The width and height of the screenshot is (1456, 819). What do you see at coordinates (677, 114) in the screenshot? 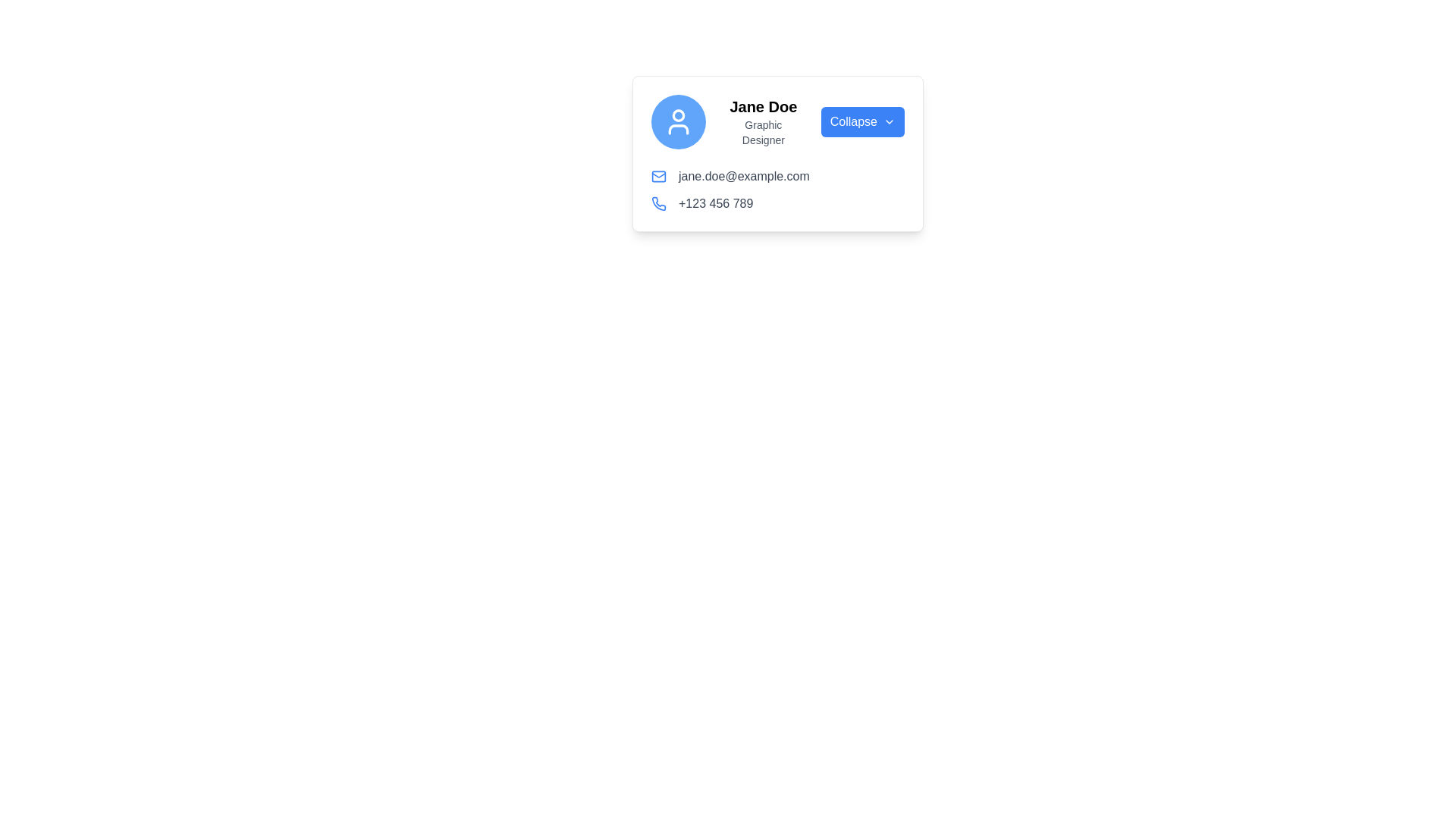
I see `the SVG circle element that visually represents the head of the user icon within the profile badge` at bounding box center [677, 114].